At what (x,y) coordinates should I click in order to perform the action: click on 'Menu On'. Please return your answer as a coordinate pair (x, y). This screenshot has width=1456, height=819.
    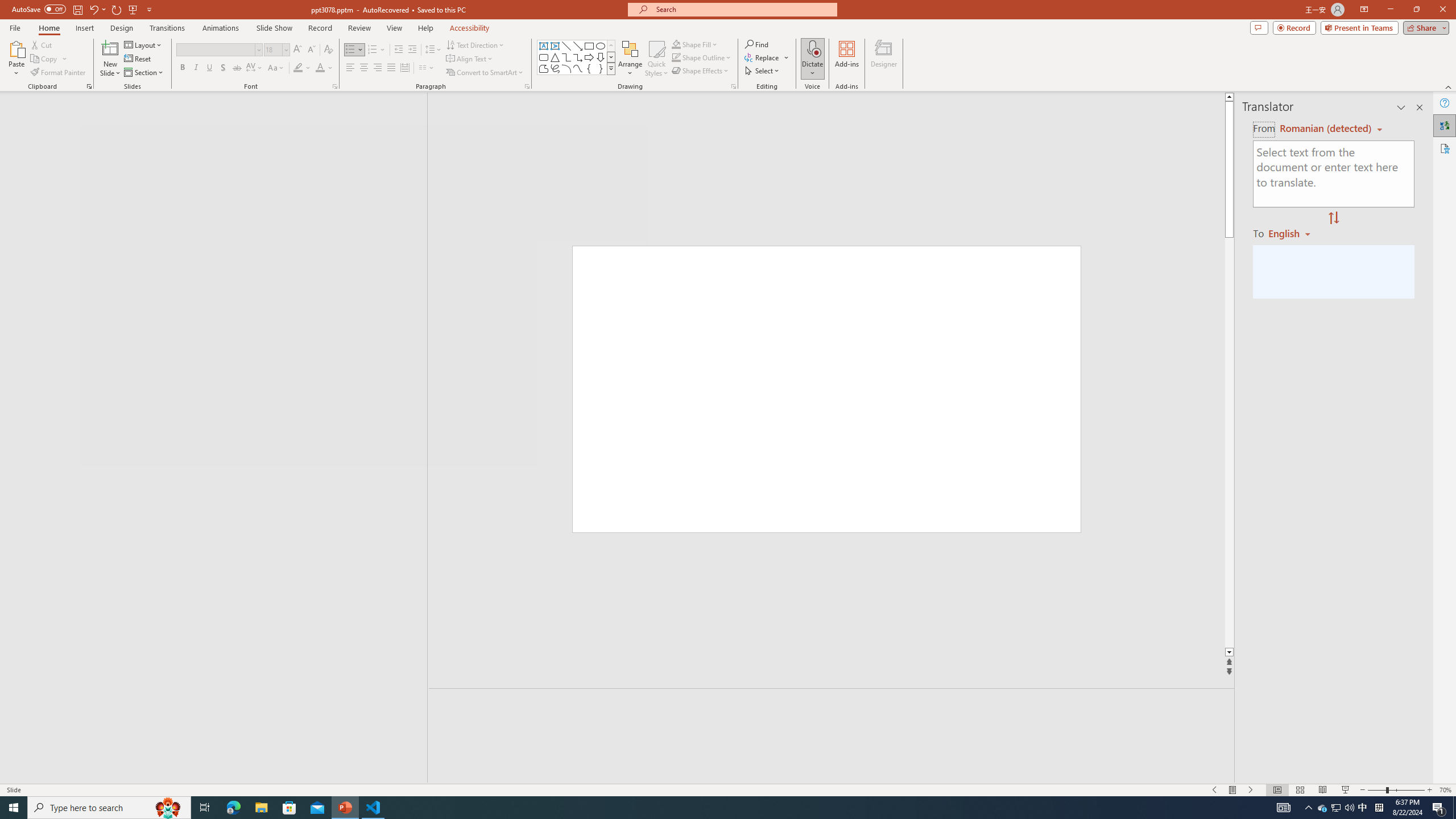
    Looking at the image, I should click on (1233, 790).